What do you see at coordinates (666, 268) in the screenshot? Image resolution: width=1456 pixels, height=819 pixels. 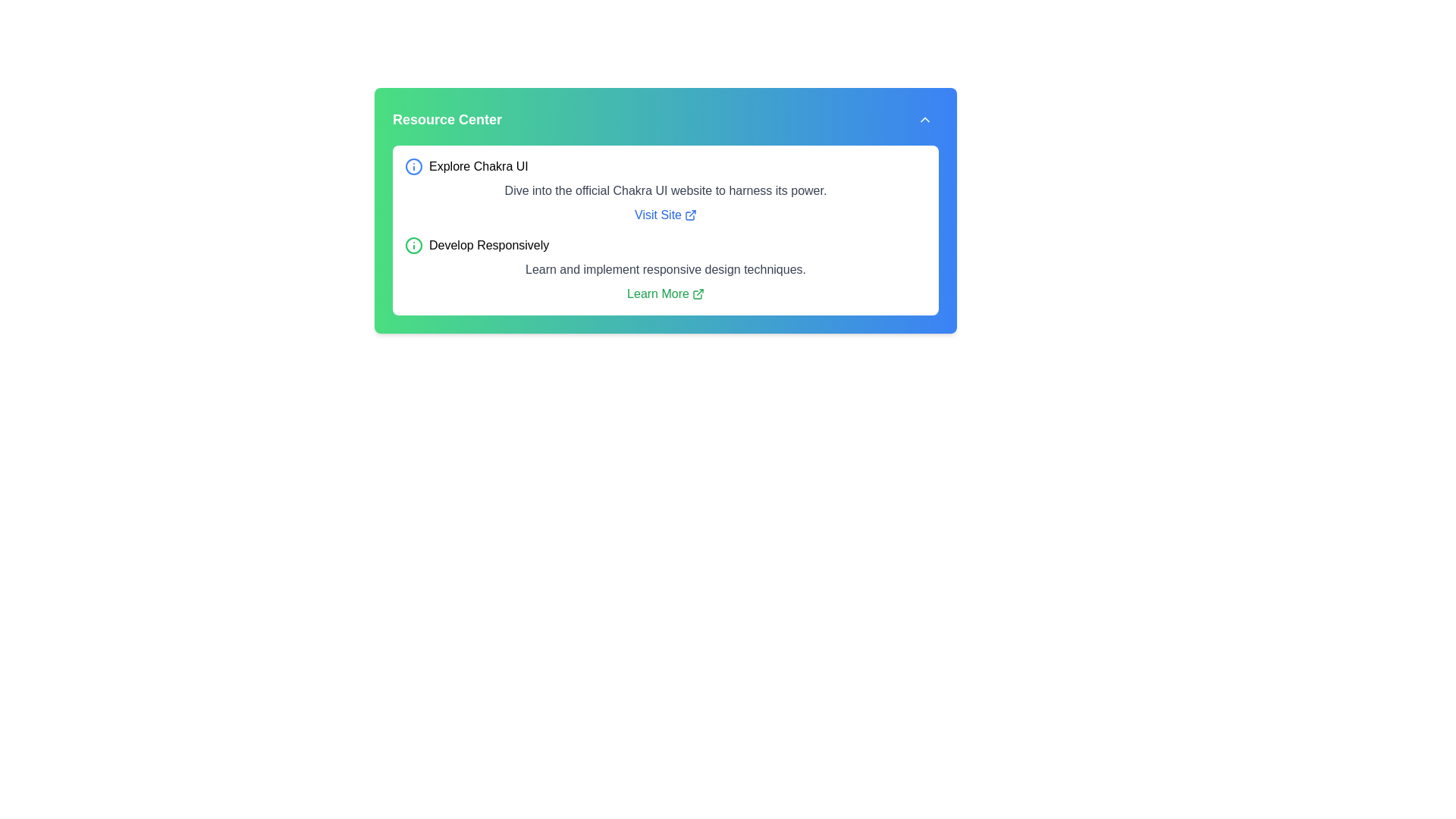 I see `the informational text block with a link that provides information about learning responsive design techniques, located below the 'Explore Chakra UI' section in the 'Resource Center' card` at bounding box center [666, 268].